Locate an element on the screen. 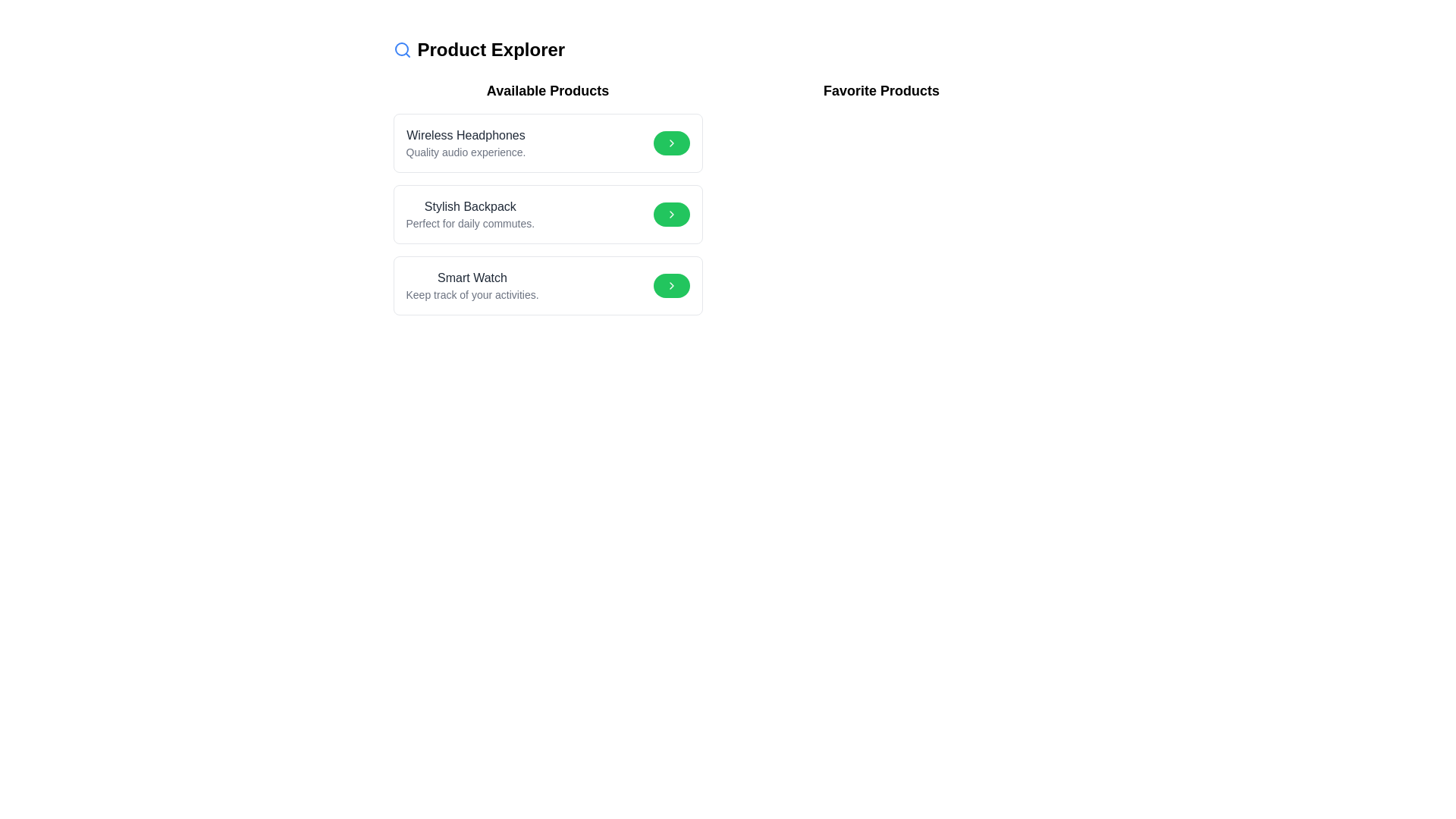 Image resolution: width=1456 pixels, height=819 pixels. text content of the Label titled 'Smart Watch' with the description 'Keep track of your activities.' located in the bottom-right corner of the 'Available Products' section is located at coordinates (472, 286).